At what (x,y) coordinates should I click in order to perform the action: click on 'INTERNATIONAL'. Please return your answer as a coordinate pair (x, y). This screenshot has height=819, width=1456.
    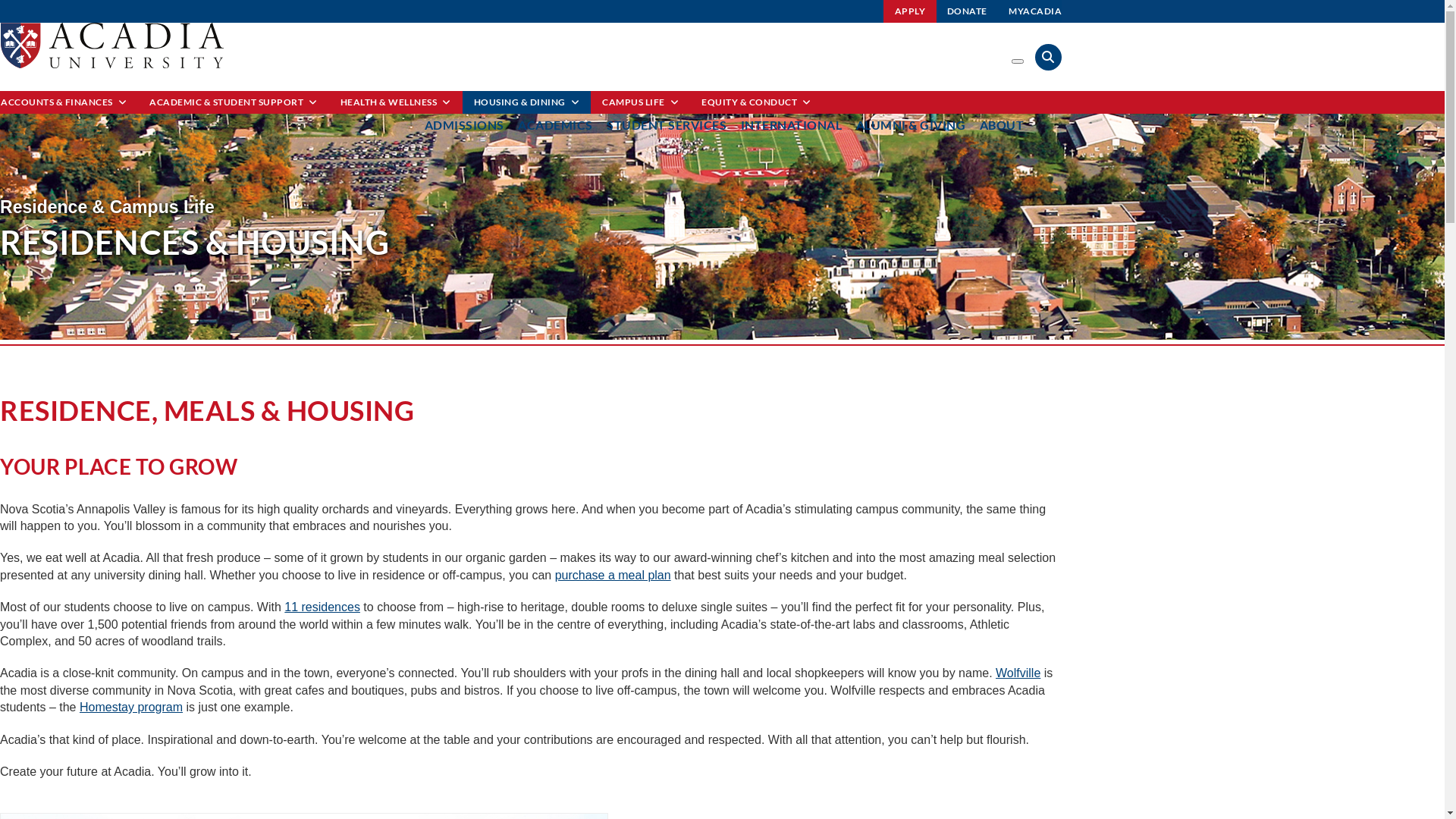
    Looking at the image, I should click on (789, 124).